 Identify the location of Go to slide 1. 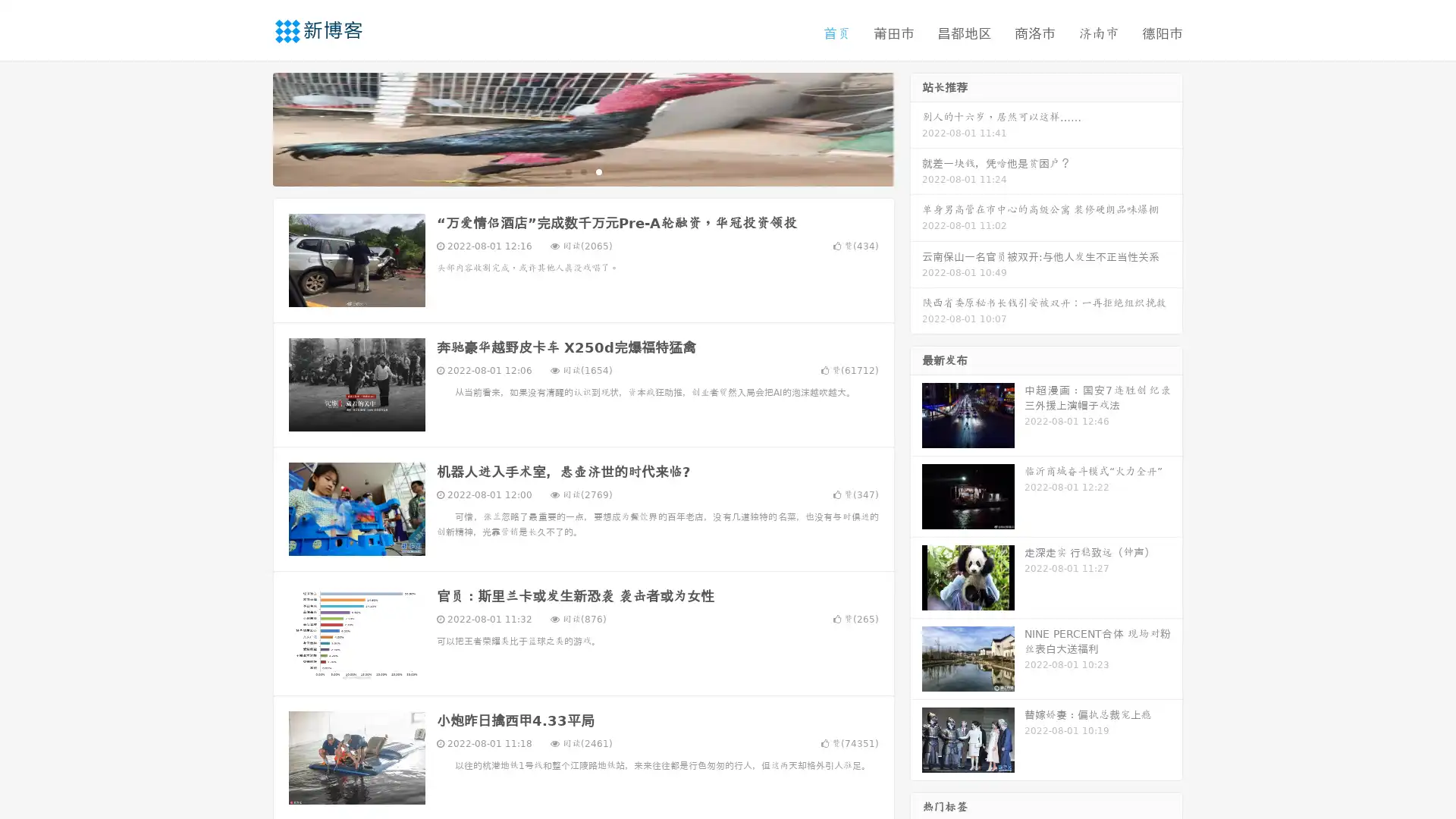
(567, 171).